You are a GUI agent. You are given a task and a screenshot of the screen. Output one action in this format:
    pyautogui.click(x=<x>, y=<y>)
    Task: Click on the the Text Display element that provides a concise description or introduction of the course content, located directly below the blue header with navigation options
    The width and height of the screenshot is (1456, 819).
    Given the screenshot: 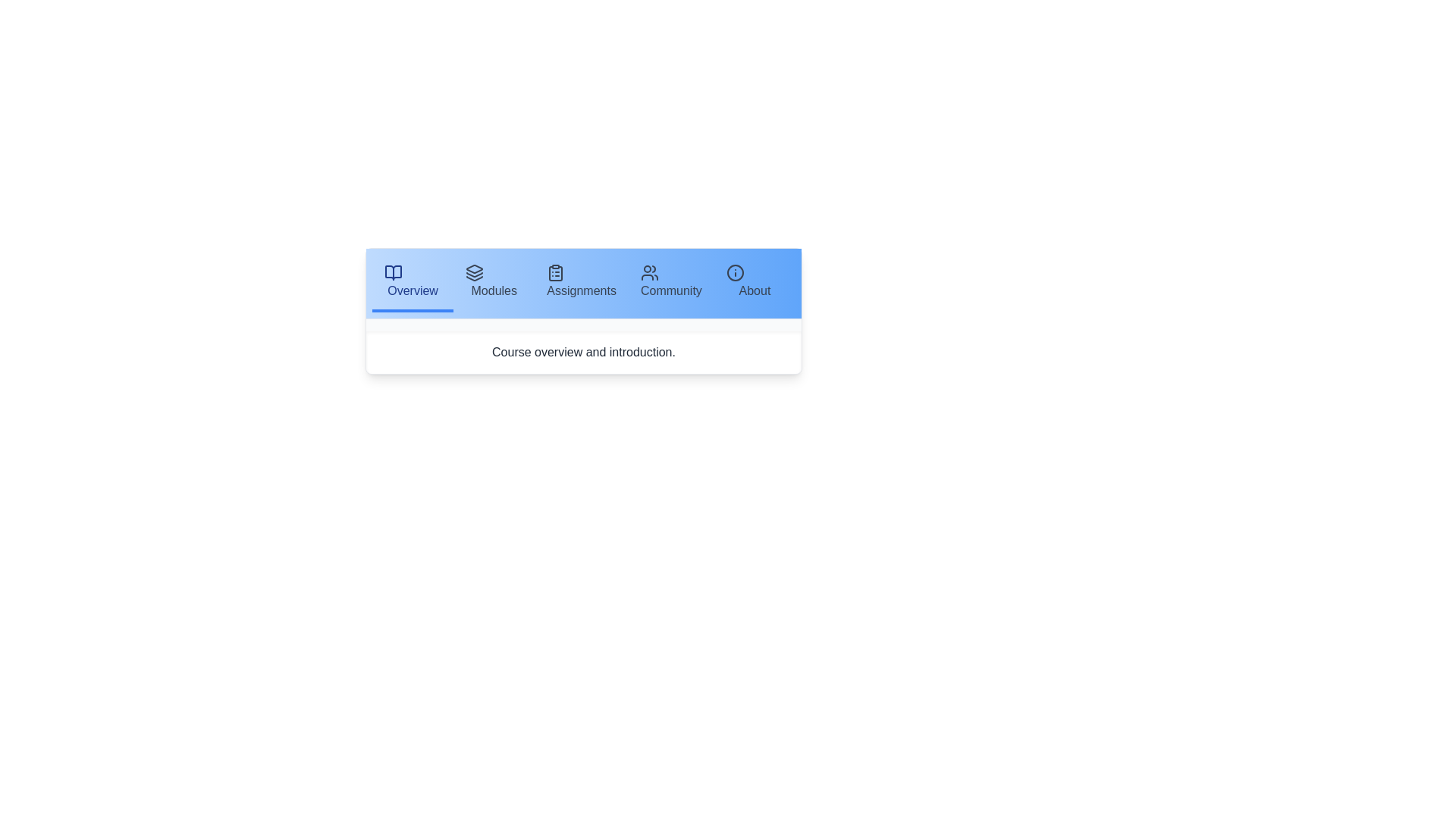 What is the action you would take?
    pyautogui.click(x=582, y=353)
    